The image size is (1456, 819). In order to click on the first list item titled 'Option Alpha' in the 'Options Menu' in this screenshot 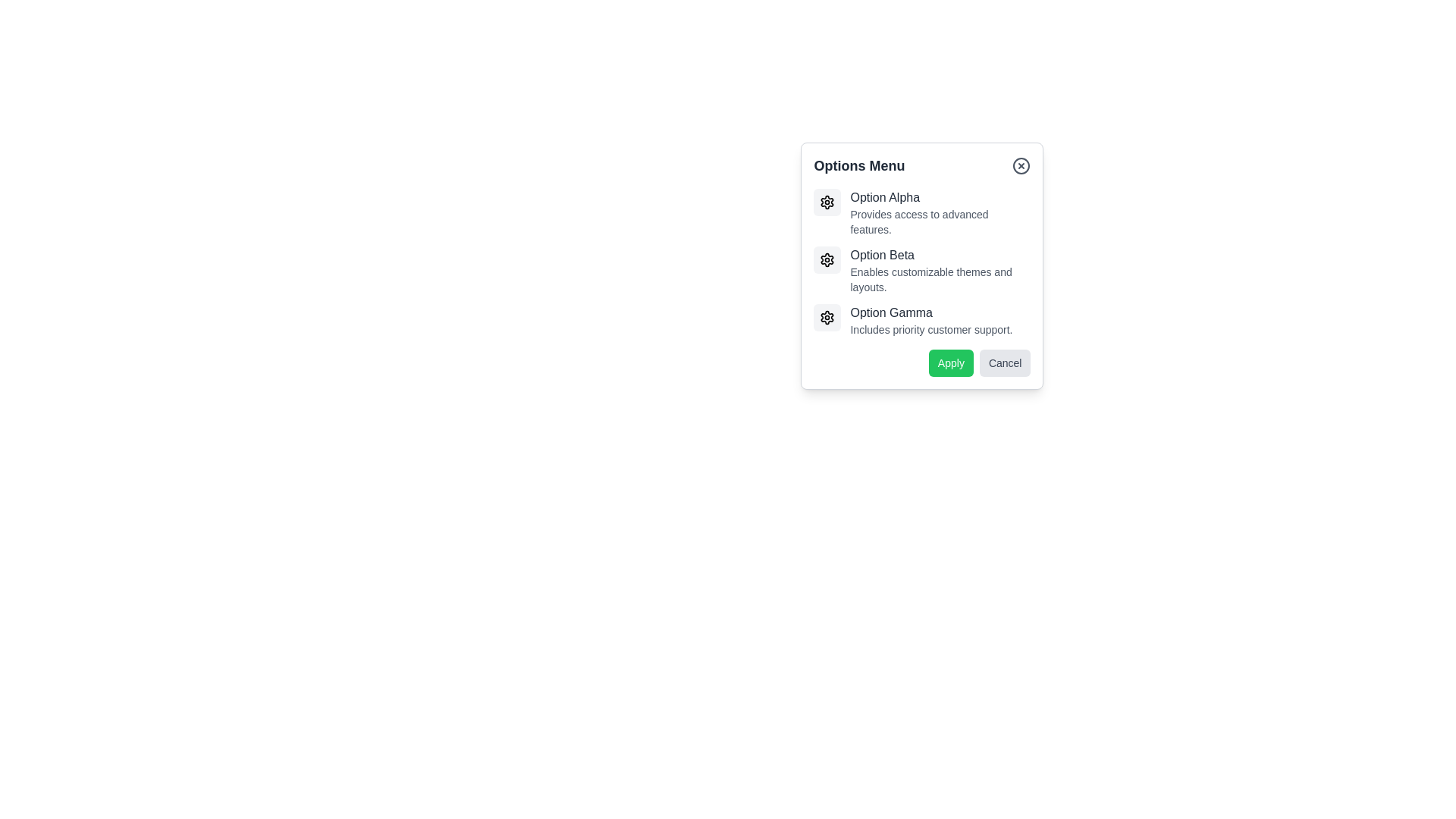, I will do `click(940, 213)`.